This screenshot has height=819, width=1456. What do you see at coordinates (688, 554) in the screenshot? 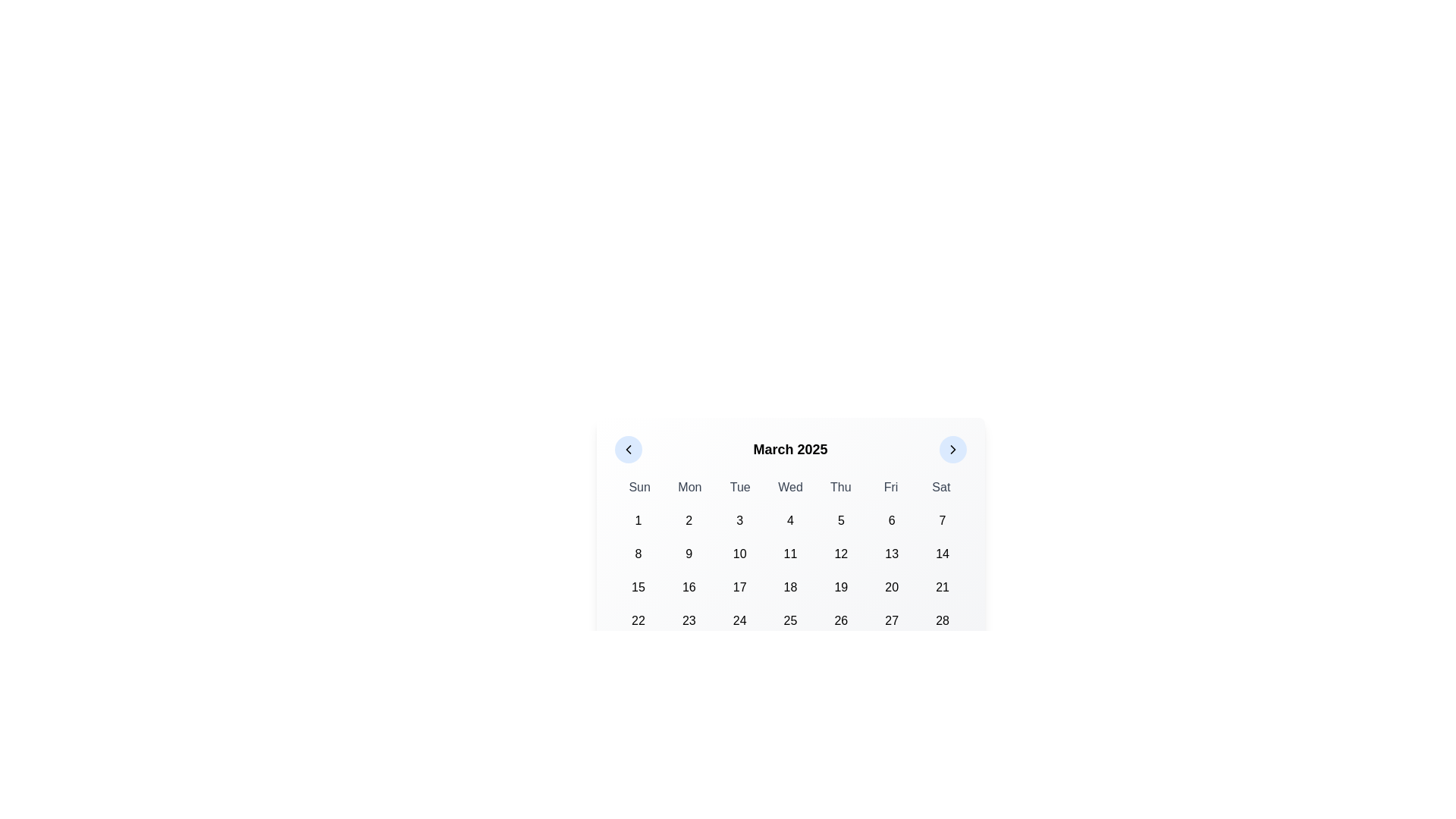
I see `the button for selecting the ninth day of the month located in the second row of the calendar grid, specifically in the 'Sun' column` at bounding box center [688, 554].